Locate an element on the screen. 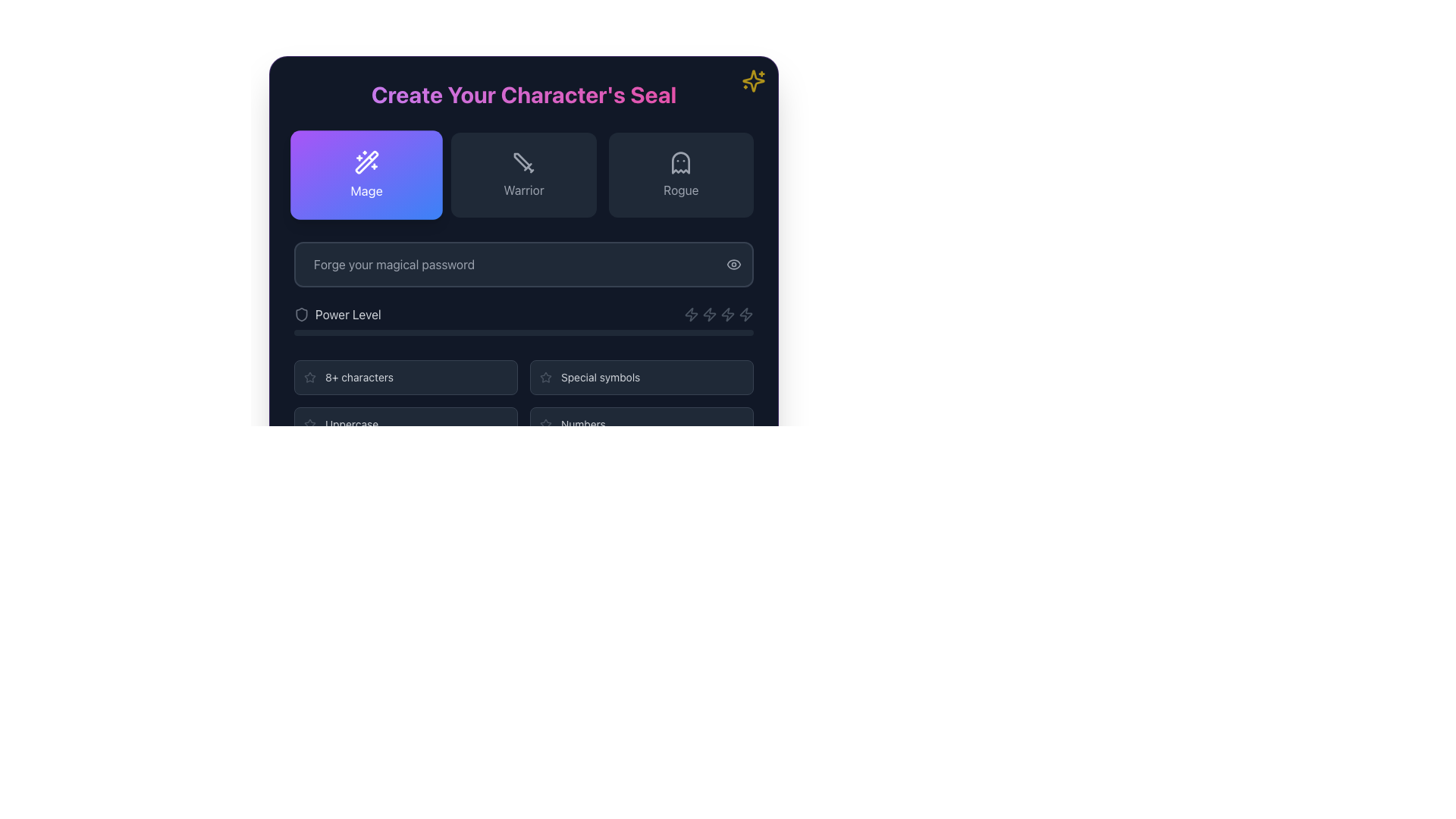  the 'Warrior' class selection button located in the middle column of the 'Create Your Character's Seal' section is located at coordinates (524, 174).